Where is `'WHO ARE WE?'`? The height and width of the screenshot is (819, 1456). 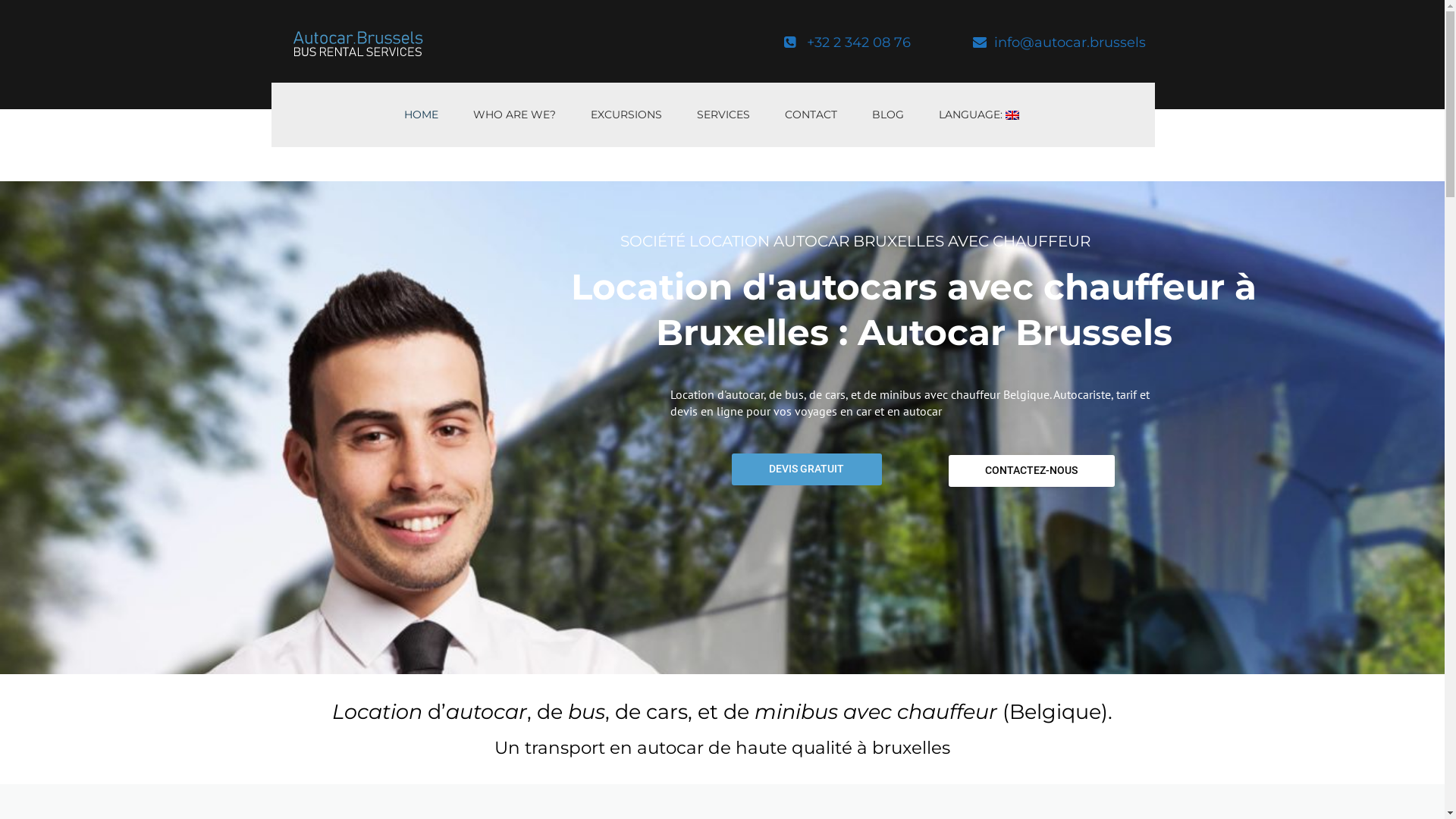
'WHO ARE WE?' is located at coordinates (455, 114).